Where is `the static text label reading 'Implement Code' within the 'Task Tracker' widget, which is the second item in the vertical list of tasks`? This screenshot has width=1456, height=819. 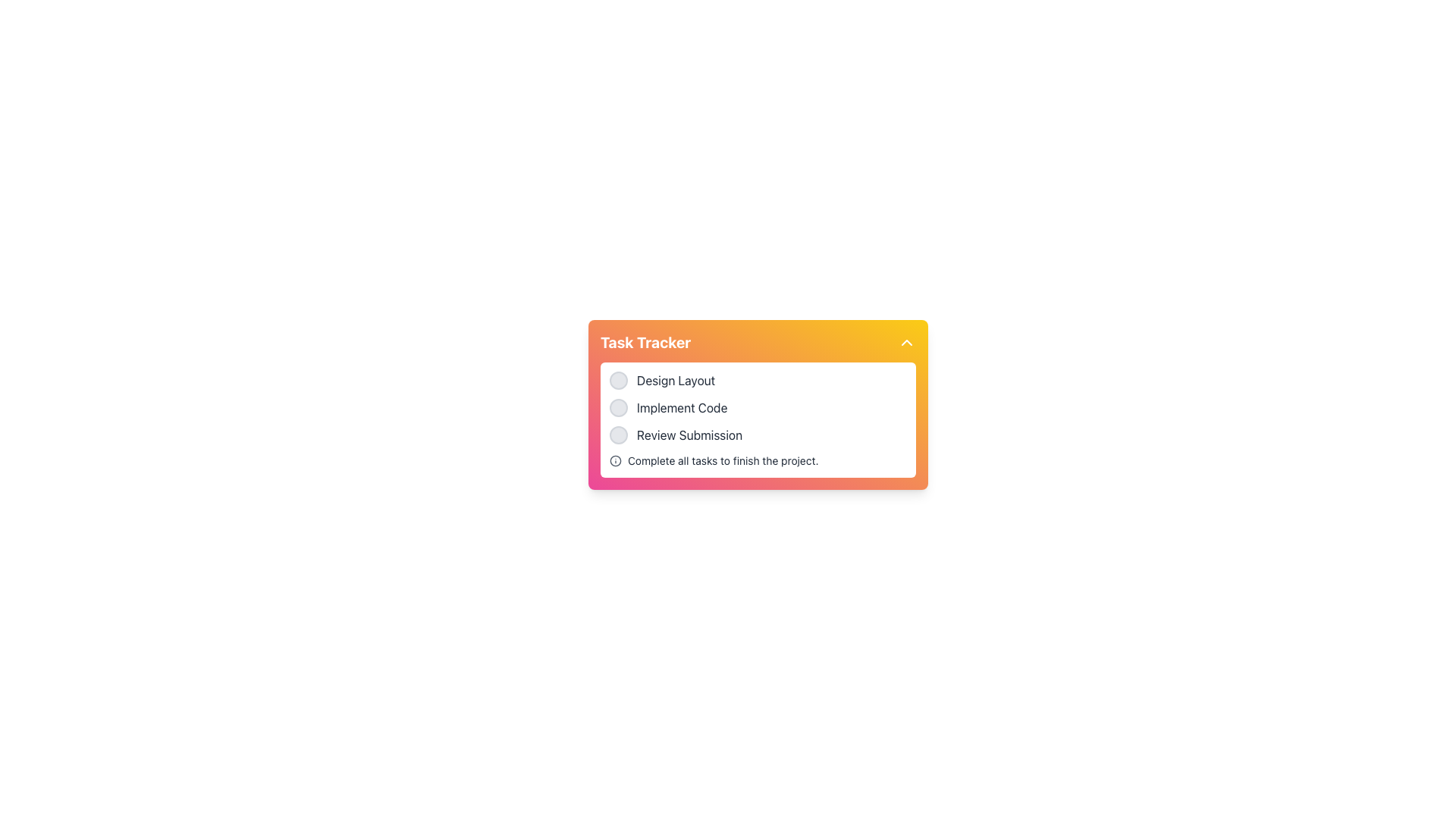
the static text label reading 'Implement Code' within the 'Task Tracker' widget, which is the second item in the vertical list of tasks is located at coordinates (681, 406).